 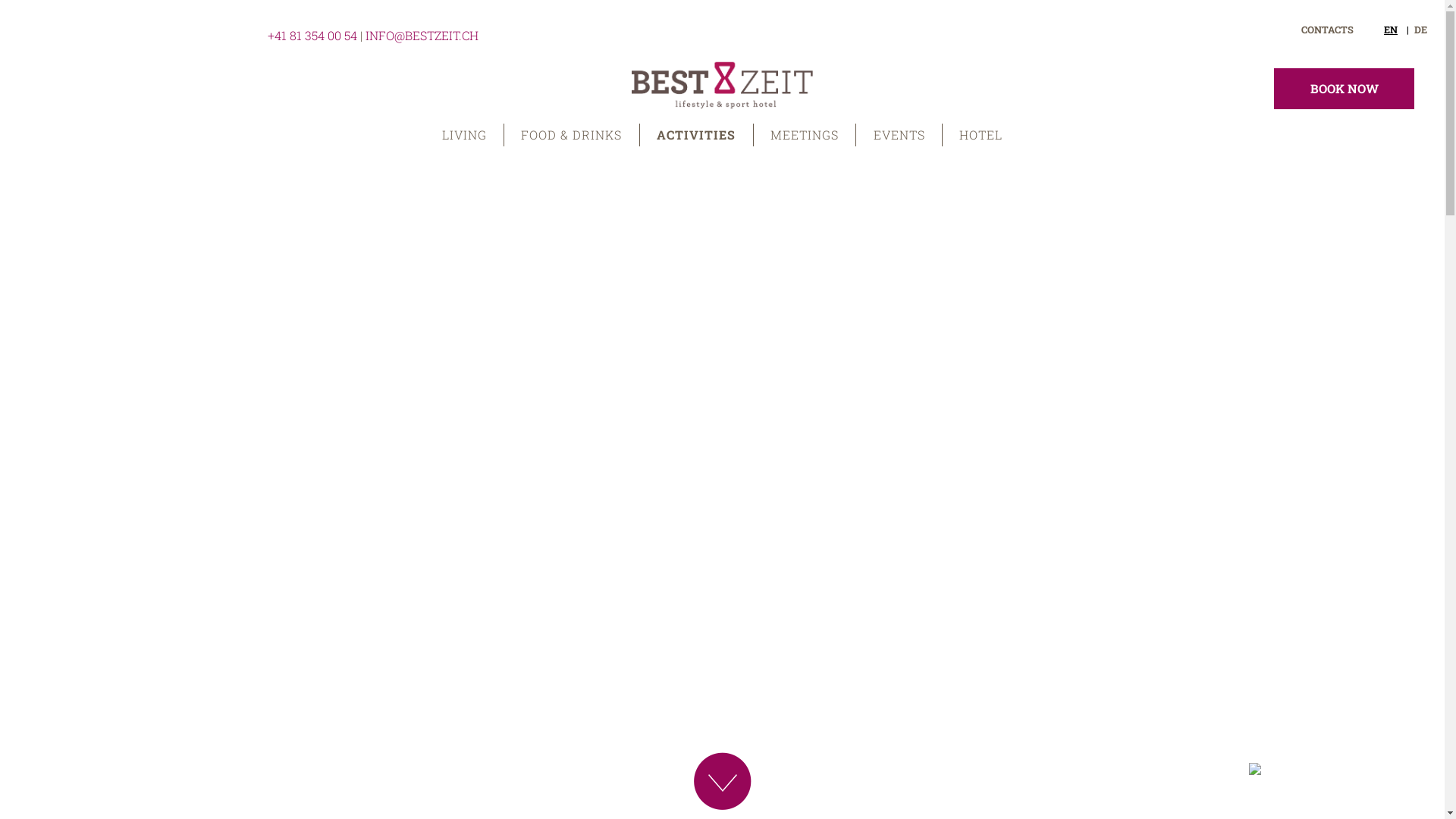 What do you see at coordinates (899, 133) in the screenshot?
I see `'EVENTS'` at bounding box center [899, 133].